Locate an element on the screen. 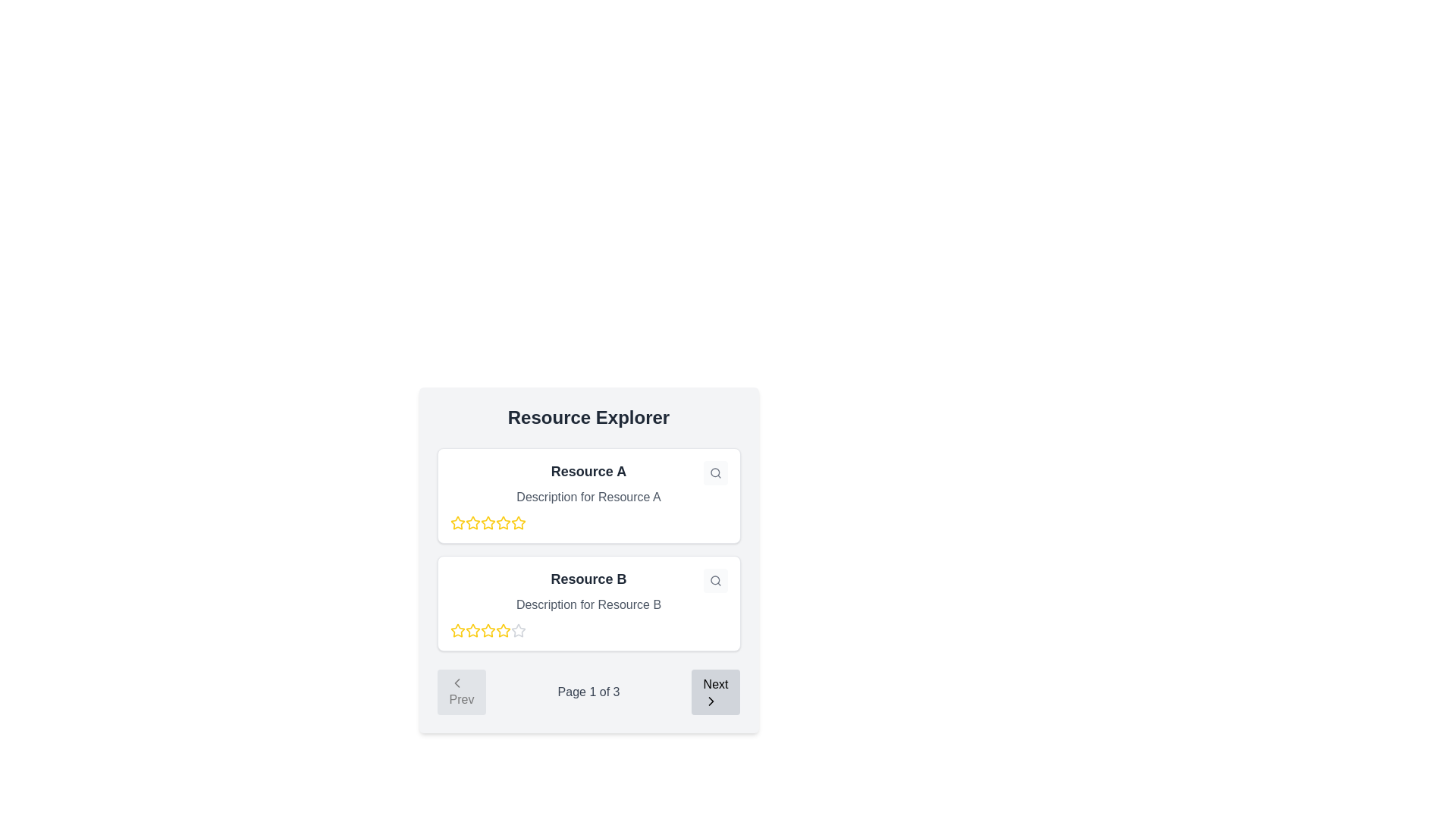 The height and width of the screenshot is (819, 1456). the third star icon in the rating widget for 'Resource B' is located at coordinates (488, 630).